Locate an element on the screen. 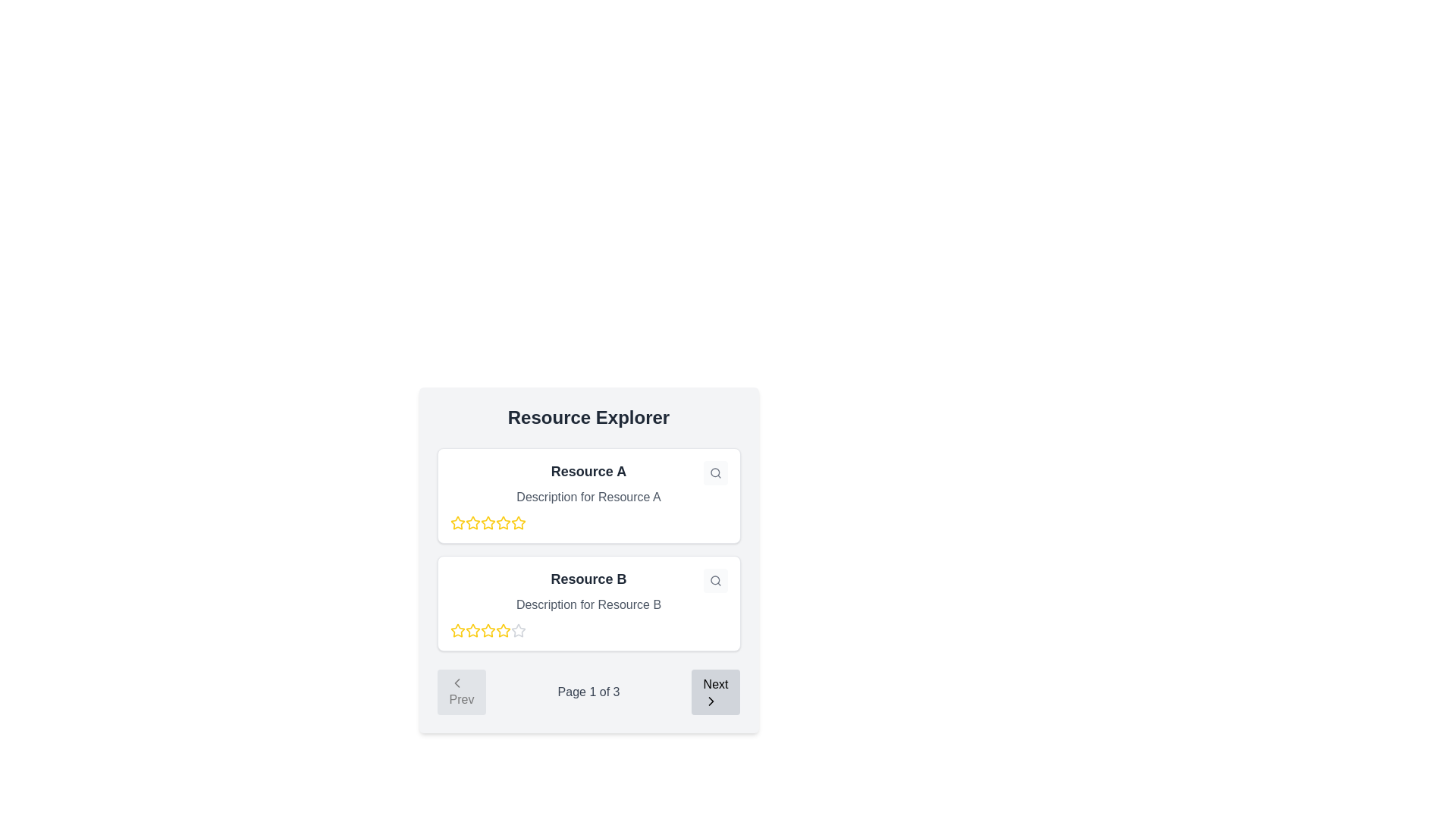 The height and width of the screenshot is (819, 1456). the third star icon in the rating widget for 'Resource B' is located at coordinates (488, 630).